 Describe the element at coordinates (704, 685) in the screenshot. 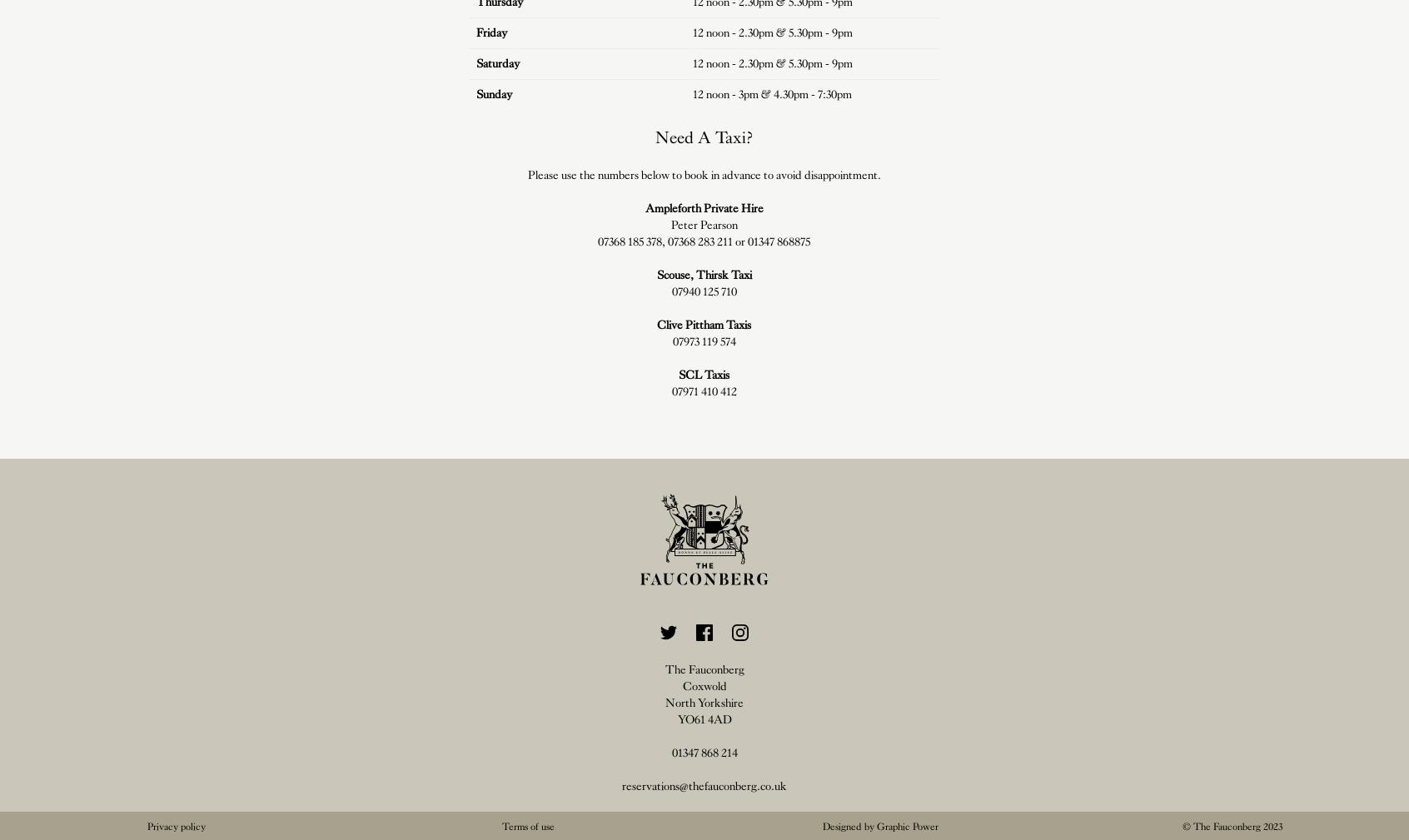

I see `'Coxwold'` at that location.